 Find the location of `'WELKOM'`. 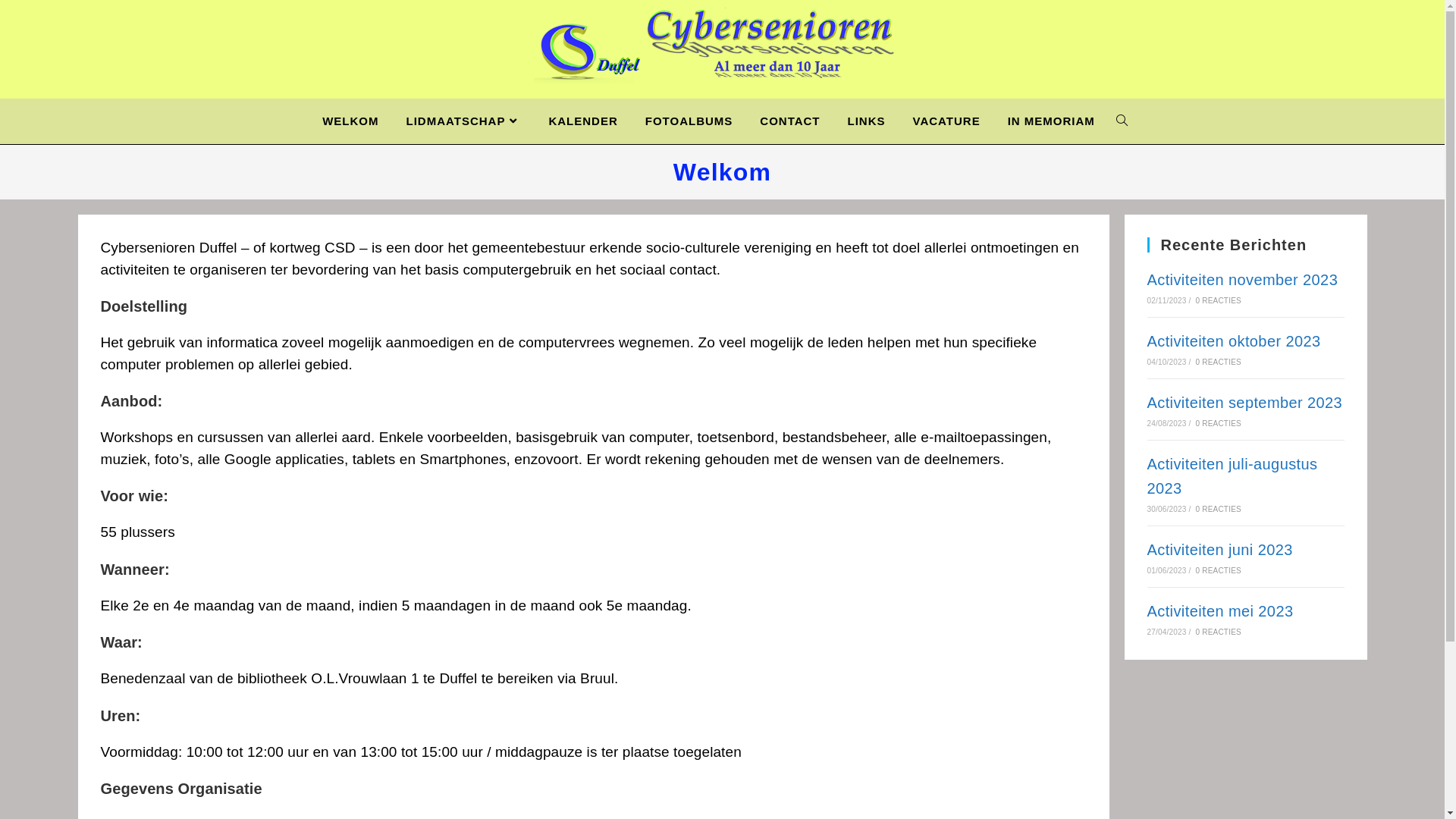

'WELKOM' is located at coordinates (349, 120).